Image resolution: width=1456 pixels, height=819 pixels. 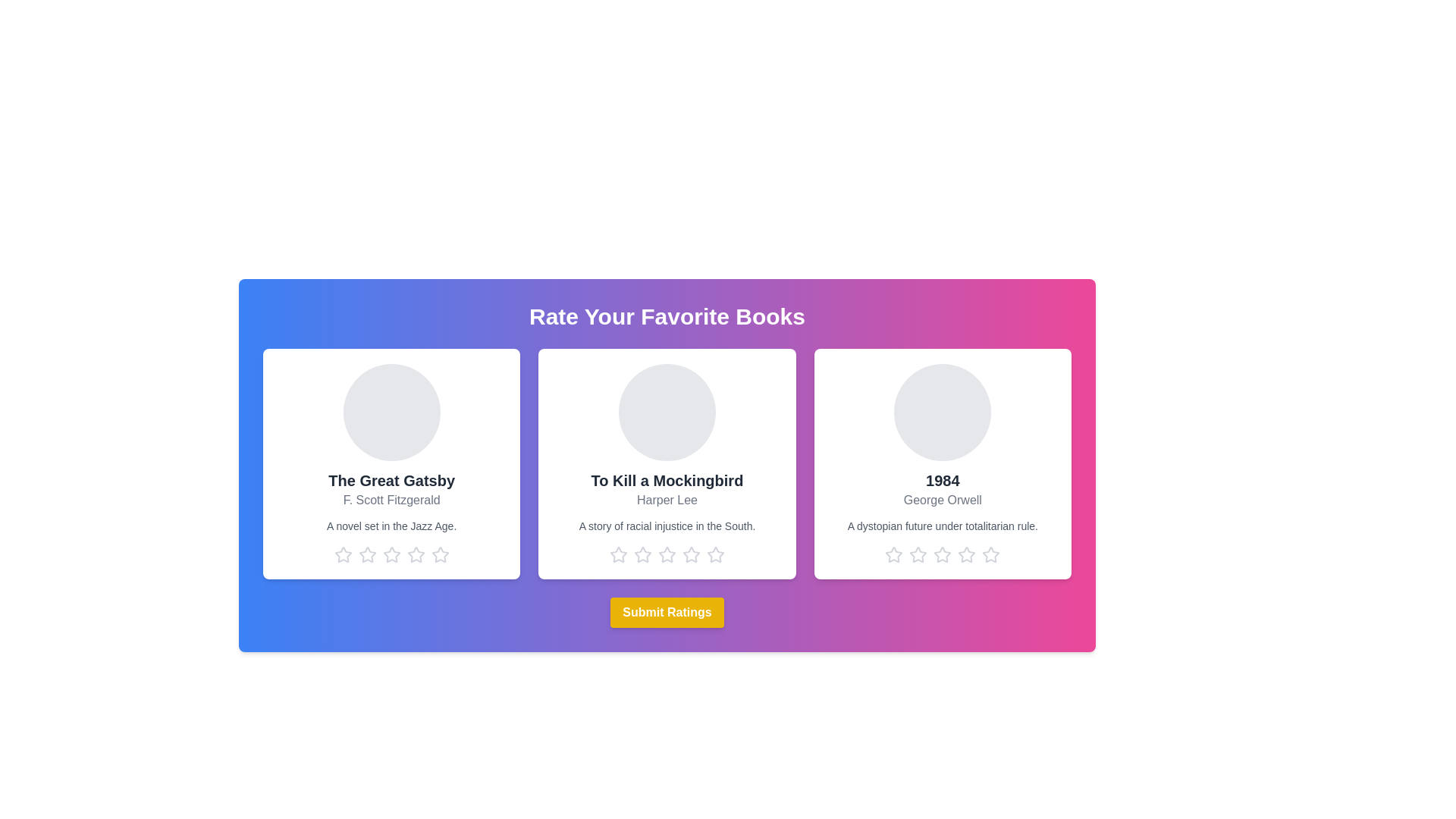 I want to click on the star corresponding to 3 stars for the book titled The Great Gatsby, so click(x=391, y=555).